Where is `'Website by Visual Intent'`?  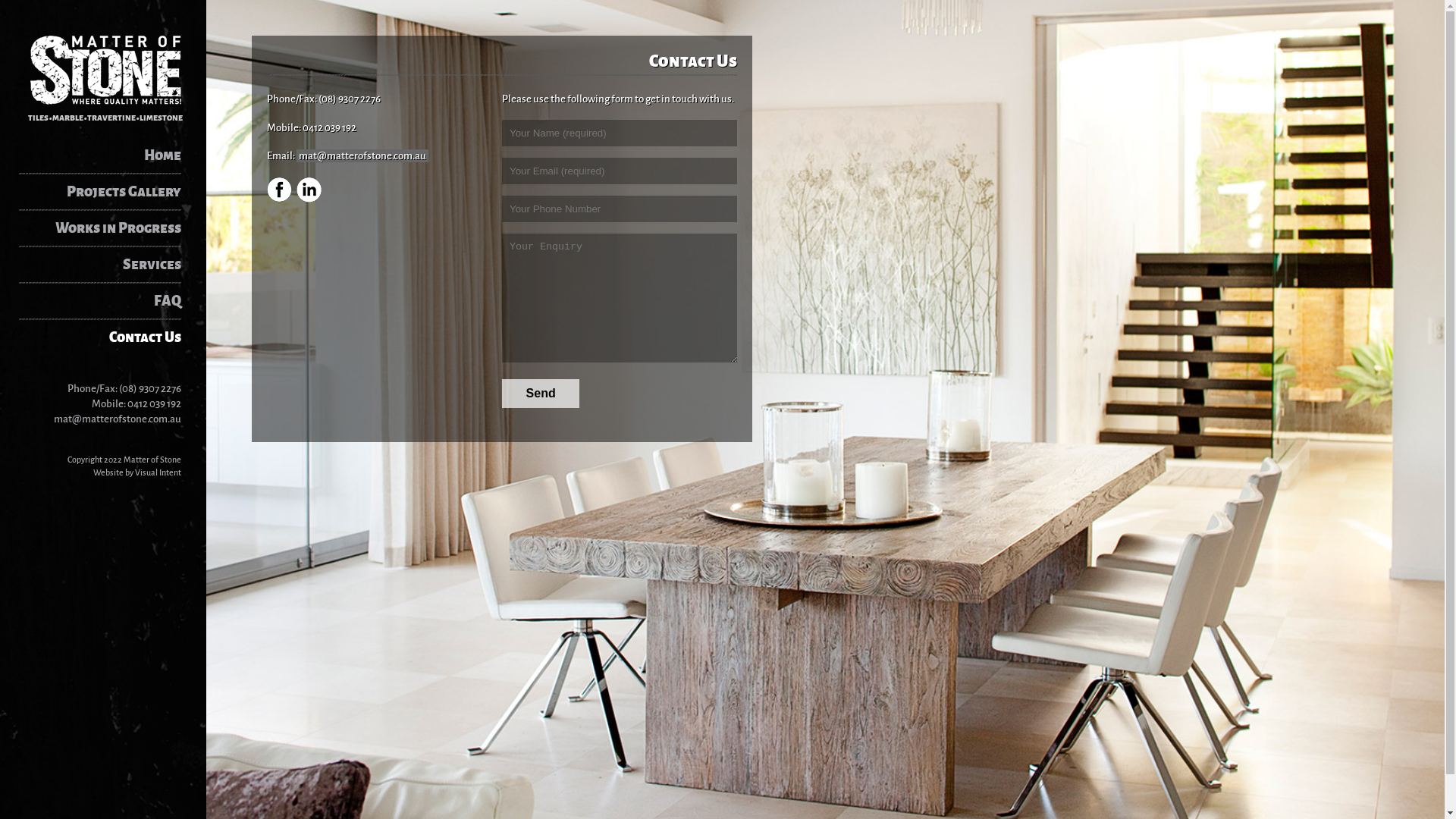 'Website by Visual Intent' is located at coordinates (137, 470).